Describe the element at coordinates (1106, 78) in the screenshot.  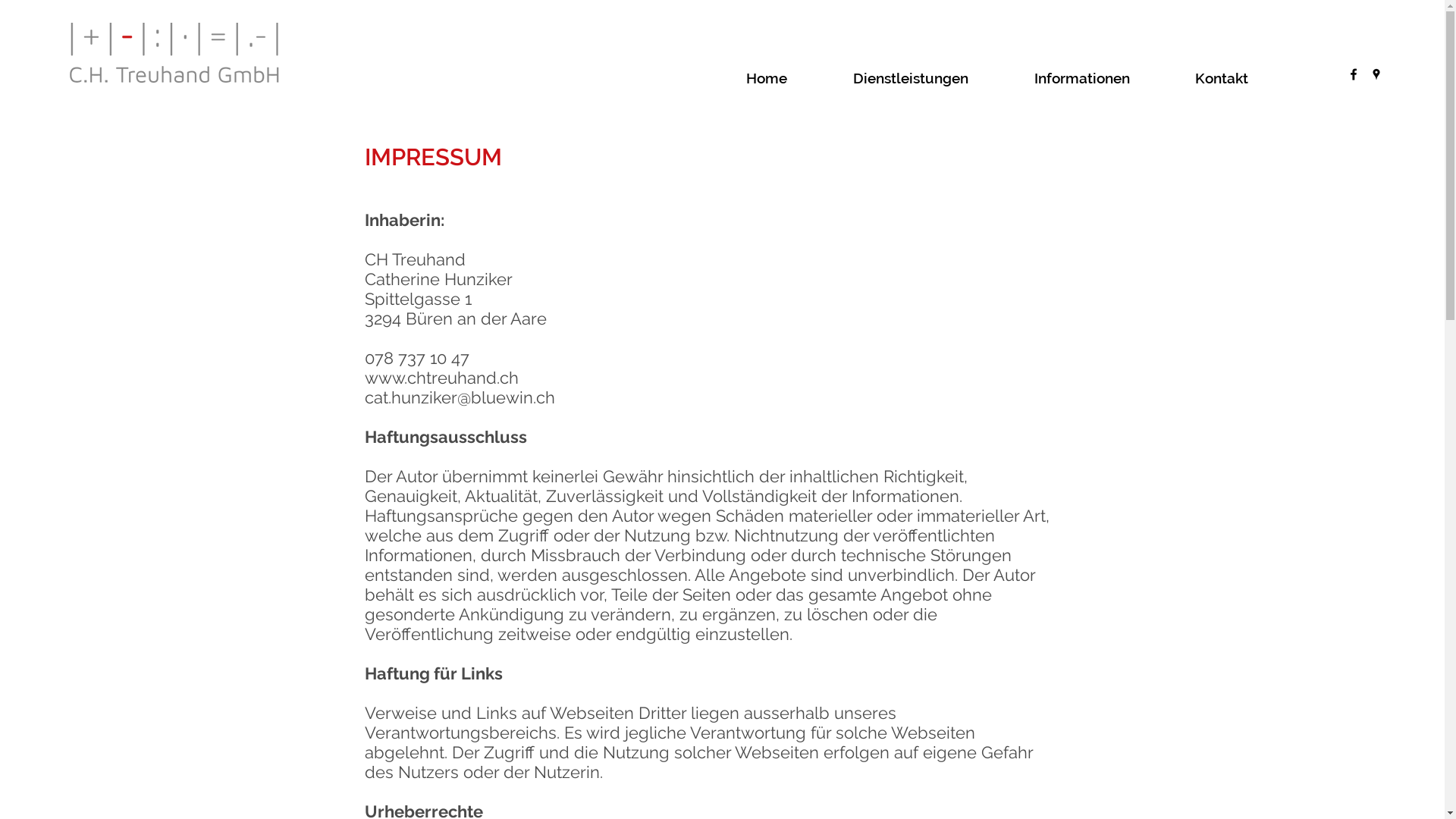
I see `'Informationen'` at that location.